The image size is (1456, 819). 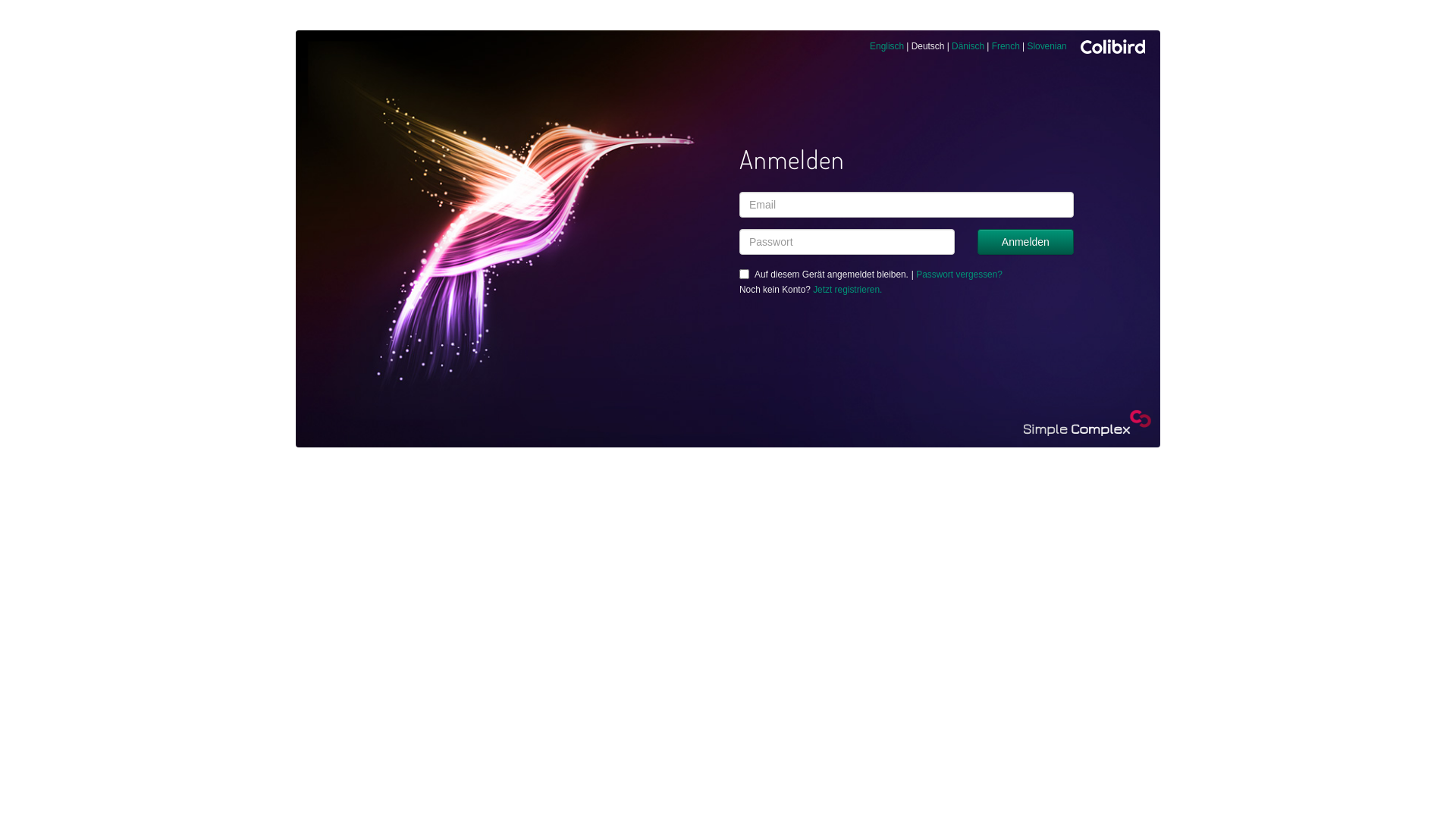 What do you see at coordinates (886, 45) in the screenshot?
I see `'Englisch'` at bounding box center [886, 45].